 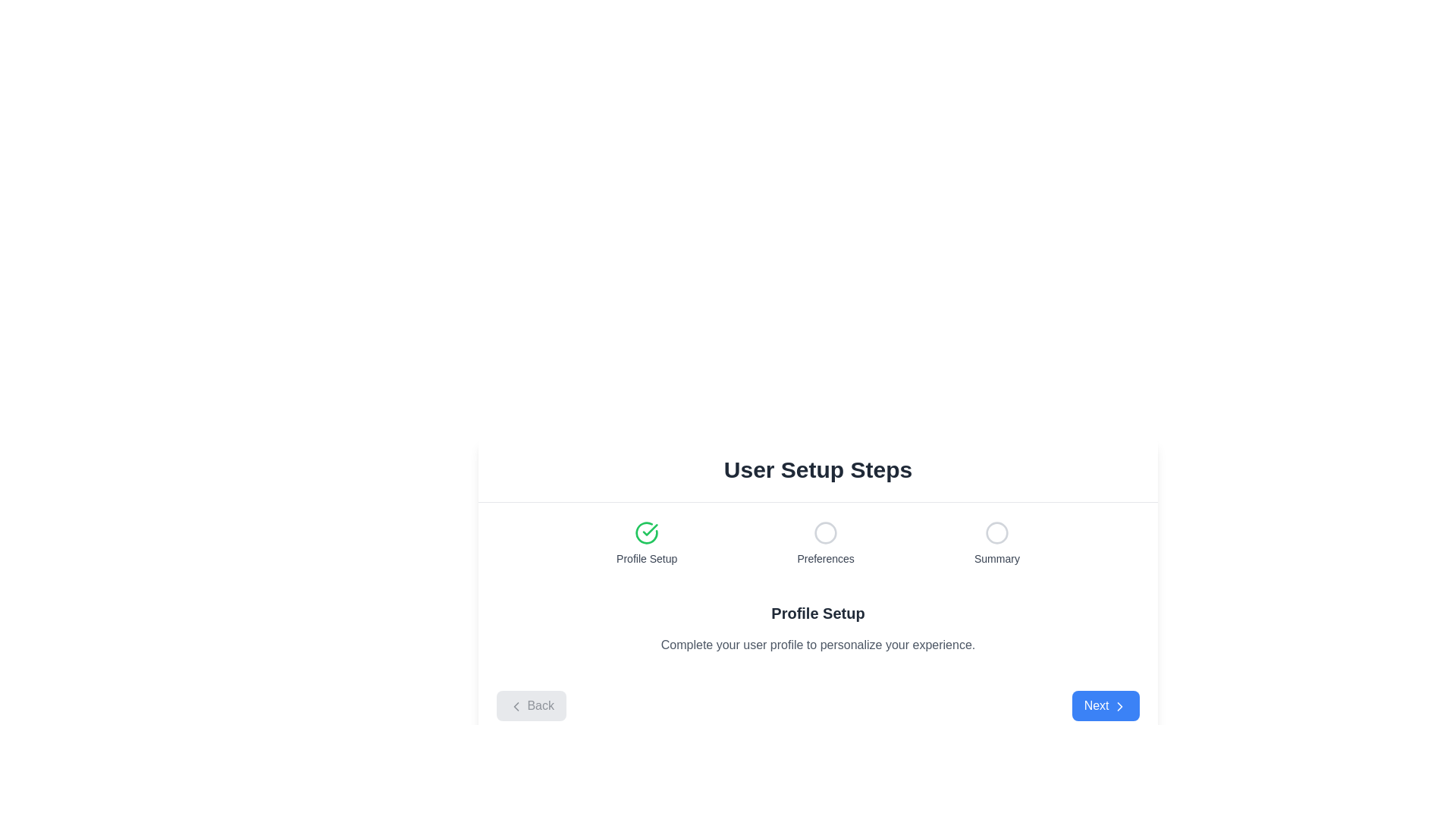 I want to click on the 'Summary' step indicator, which is the third and rightmost item in the horizontal row of user setup steps, so click(x=997, y=543).